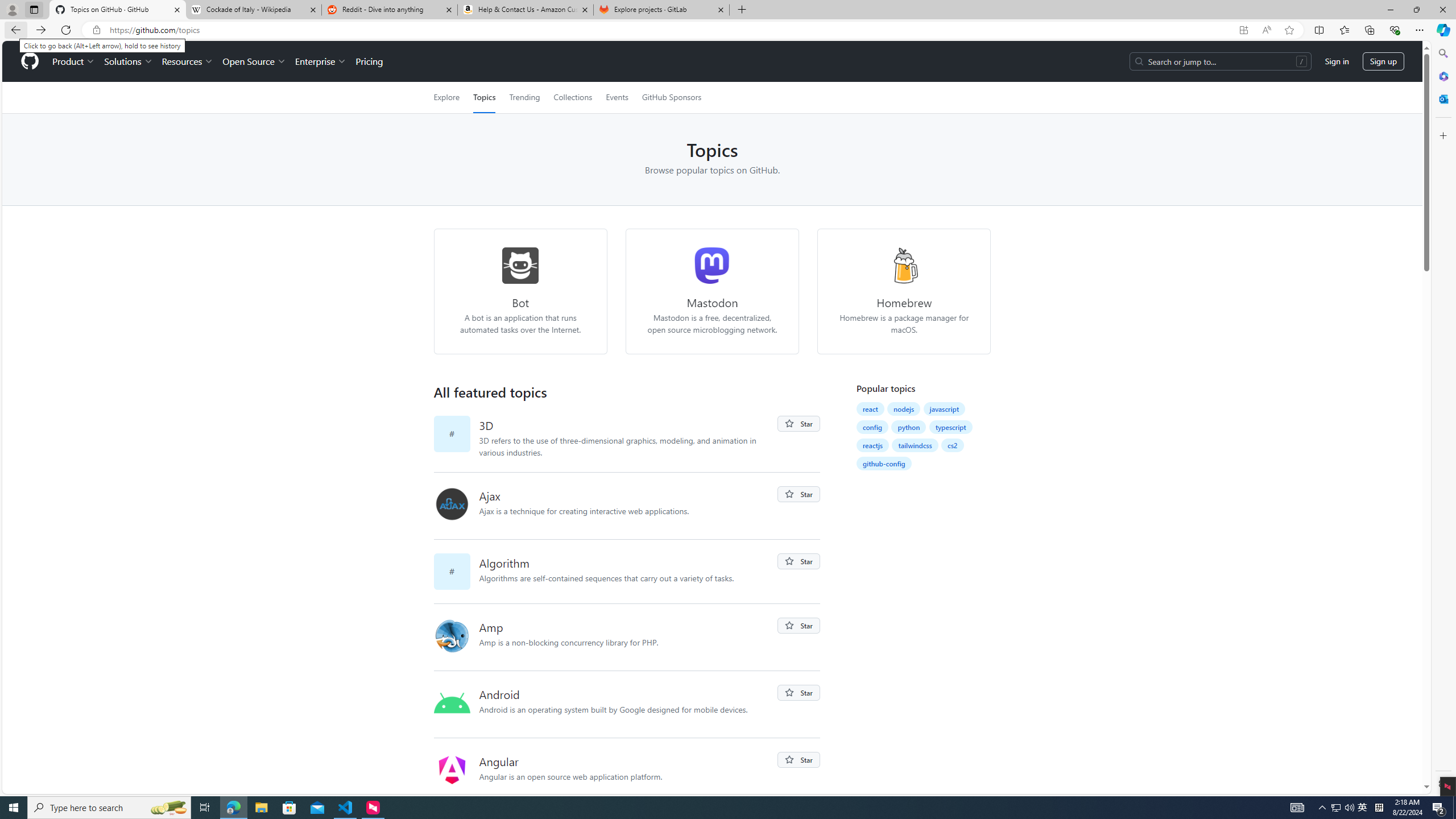 The image size is (1456, 819). What do you see at coordinates (870, 408) in the screenshot?
I see `'react'` at bounding box center [870, 408].